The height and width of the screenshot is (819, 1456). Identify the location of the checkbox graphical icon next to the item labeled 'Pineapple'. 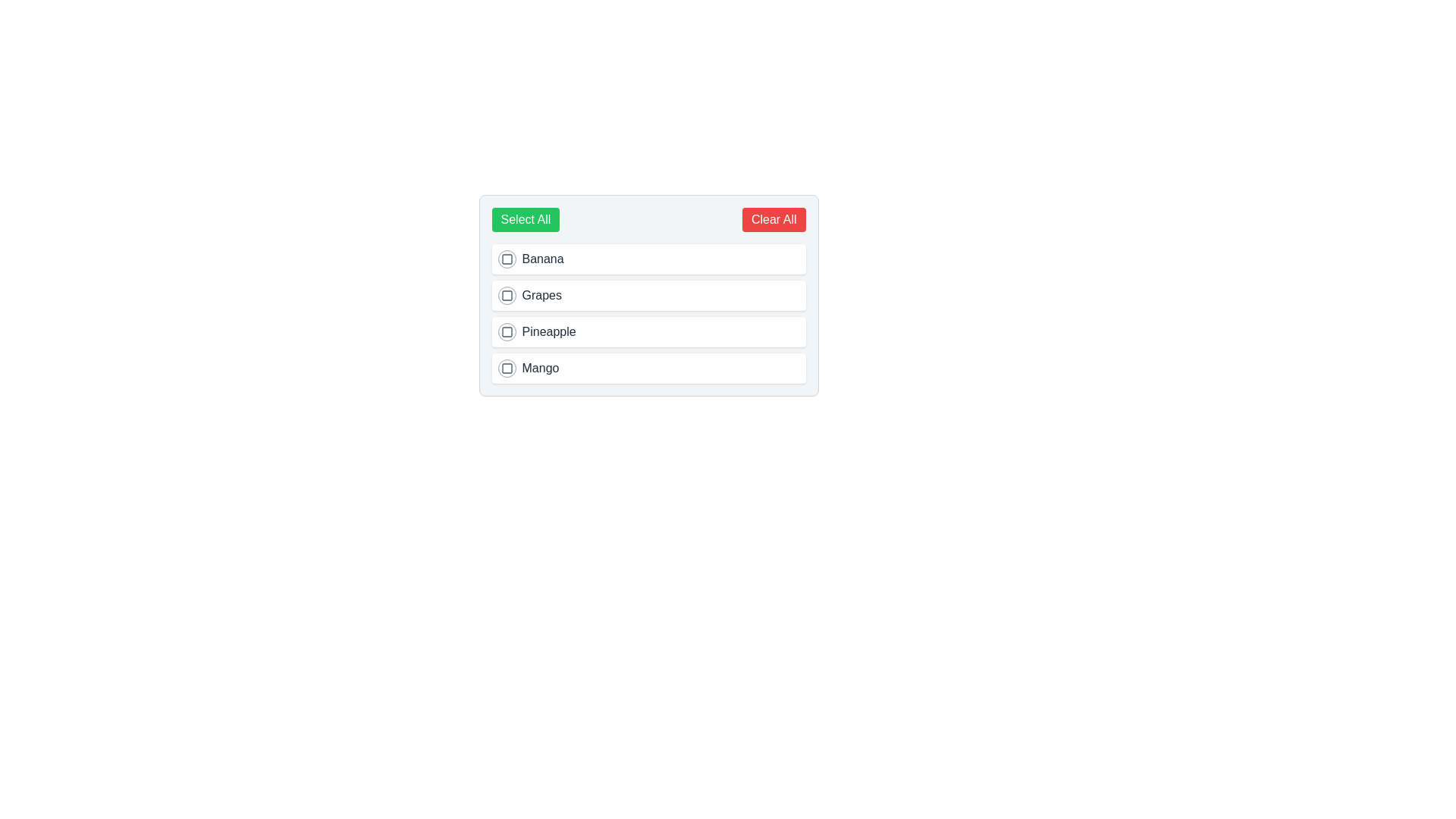
(507, 331).